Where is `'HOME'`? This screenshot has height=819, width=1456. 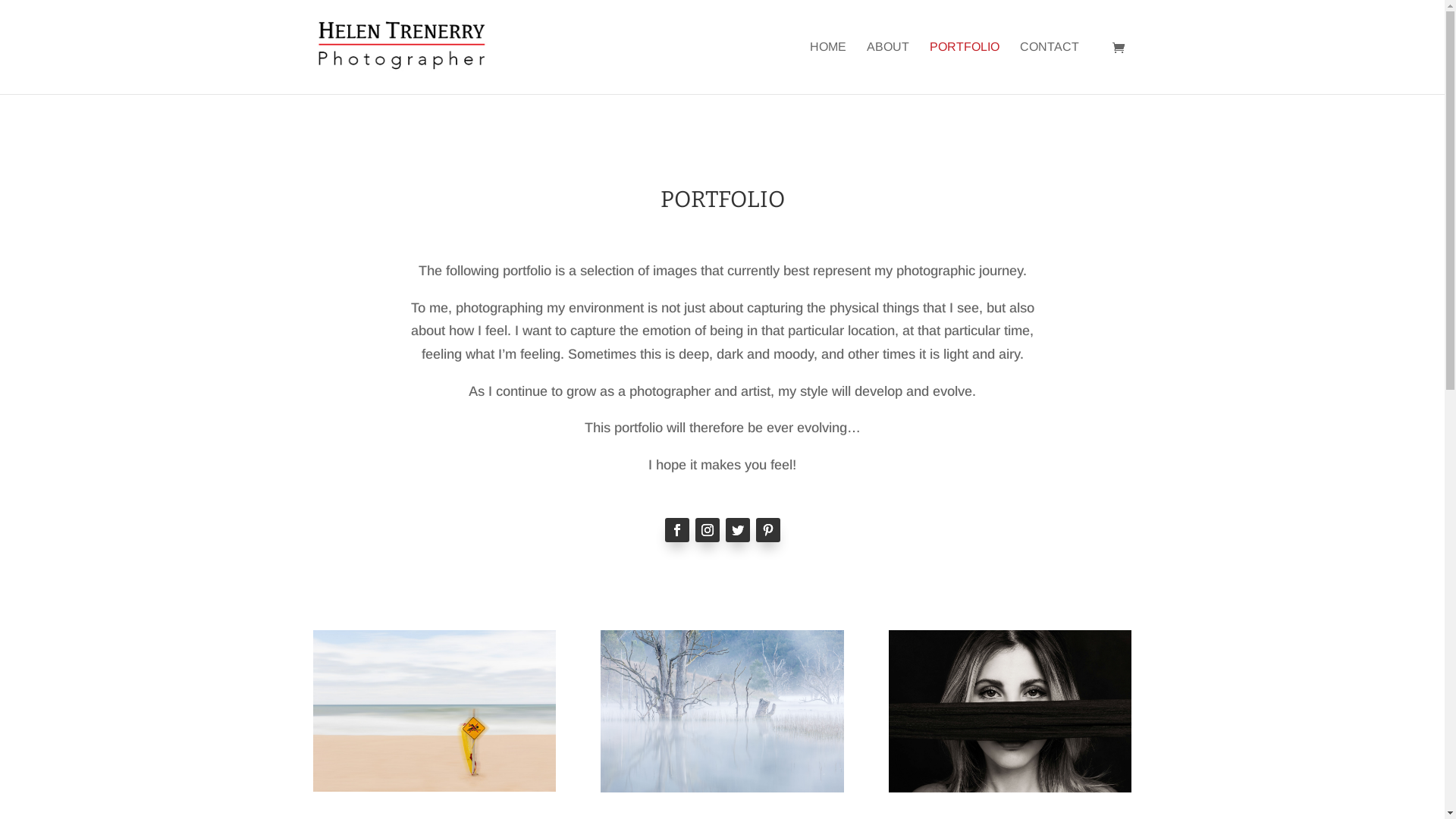 'HOME' is located at coordinates (827, 67).